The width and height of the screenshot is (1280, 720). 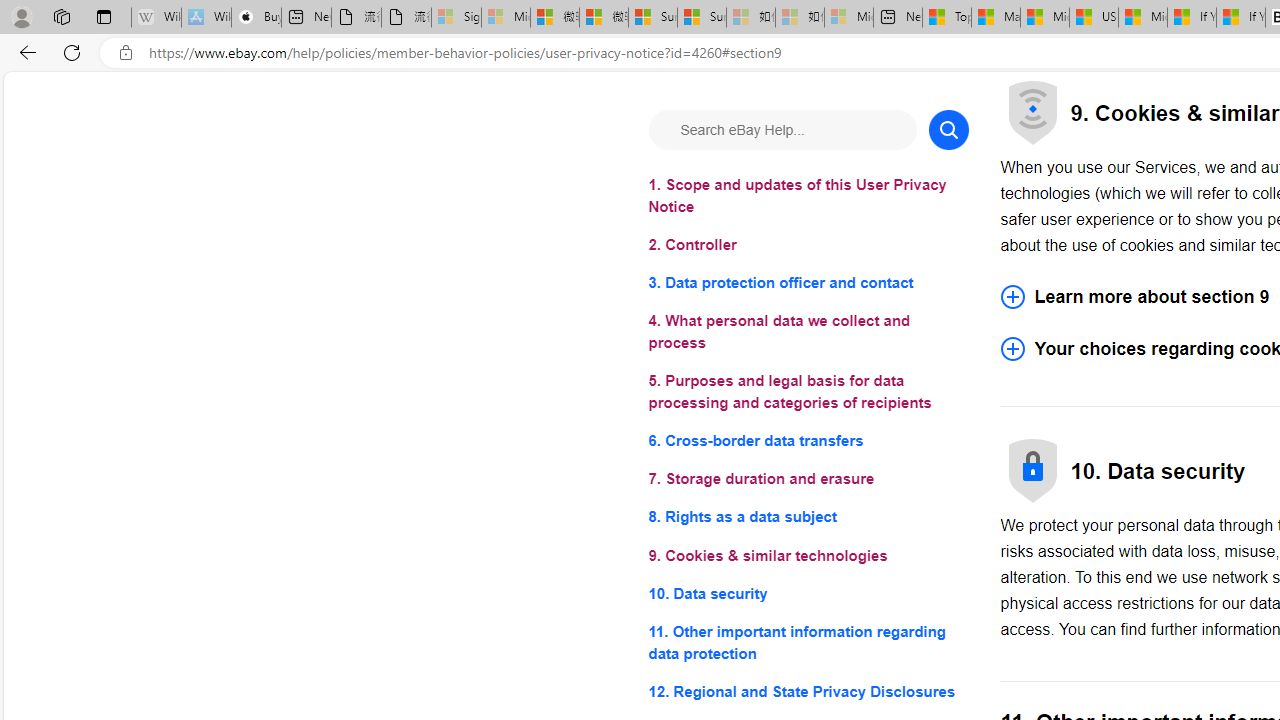 What do you see at coordinates (808, 331) in the screenshot?
I see `'4. What personal data we collect and process'` at bounding box center [808, 331].